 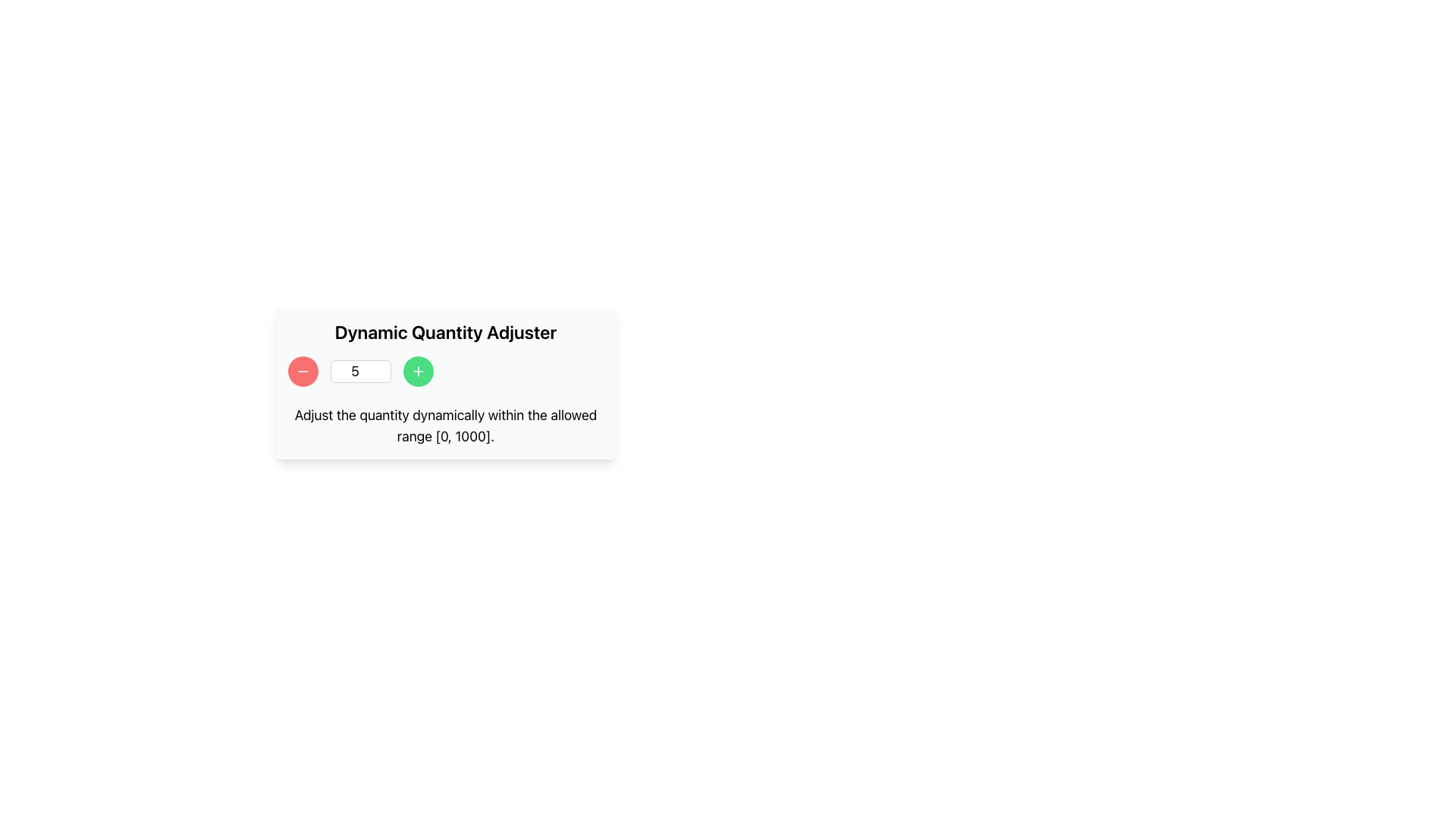 What do you see at coordinates (303, 371) in the screenshot?
I see `the red circular button with a minus icon to decrement the value in the Dynamic Quantity Adjuster interface` at bounding box center [303, 371].